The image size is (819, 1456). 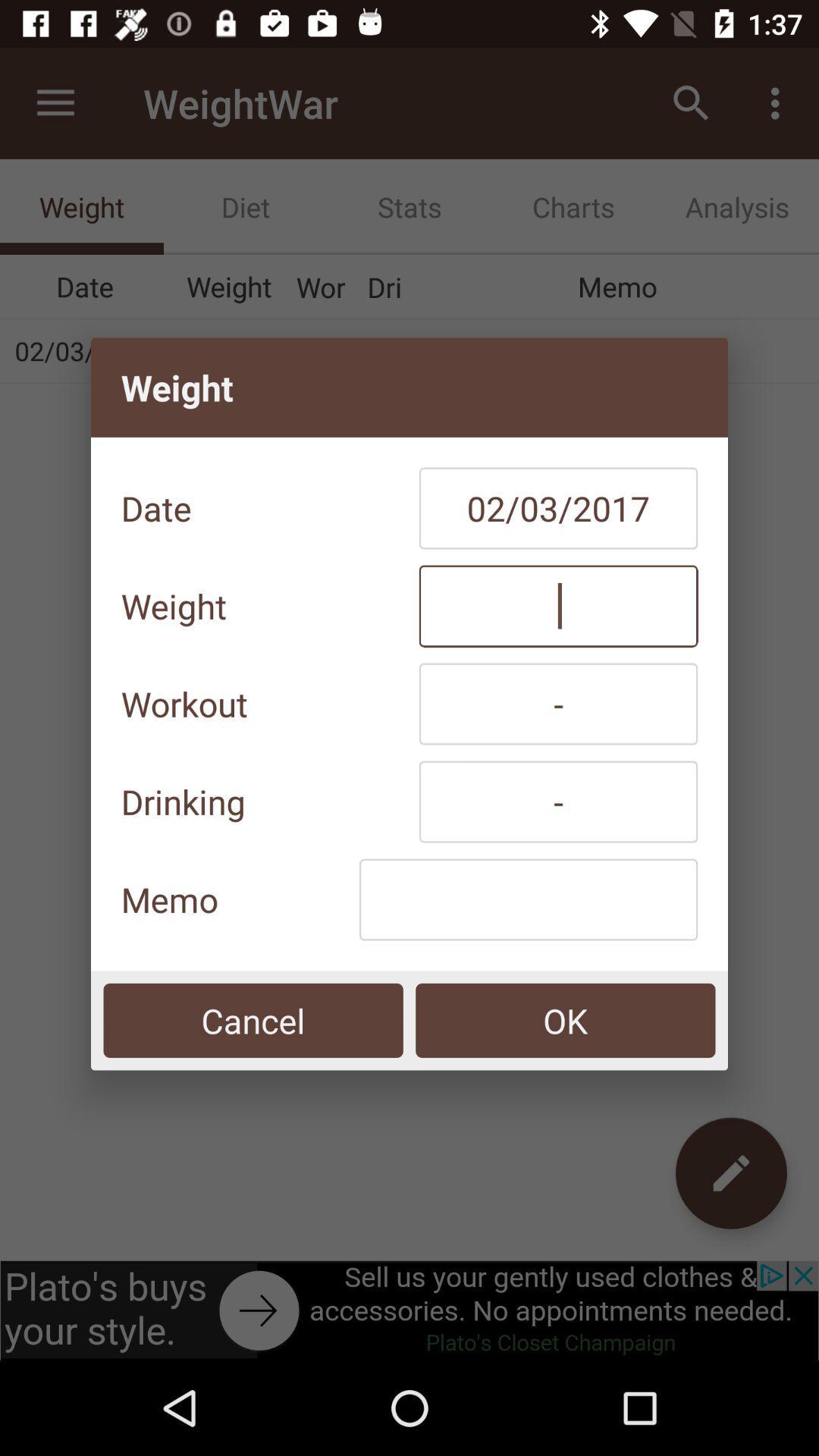 I want to click on icon next to weight, so click(x=558, y=605).